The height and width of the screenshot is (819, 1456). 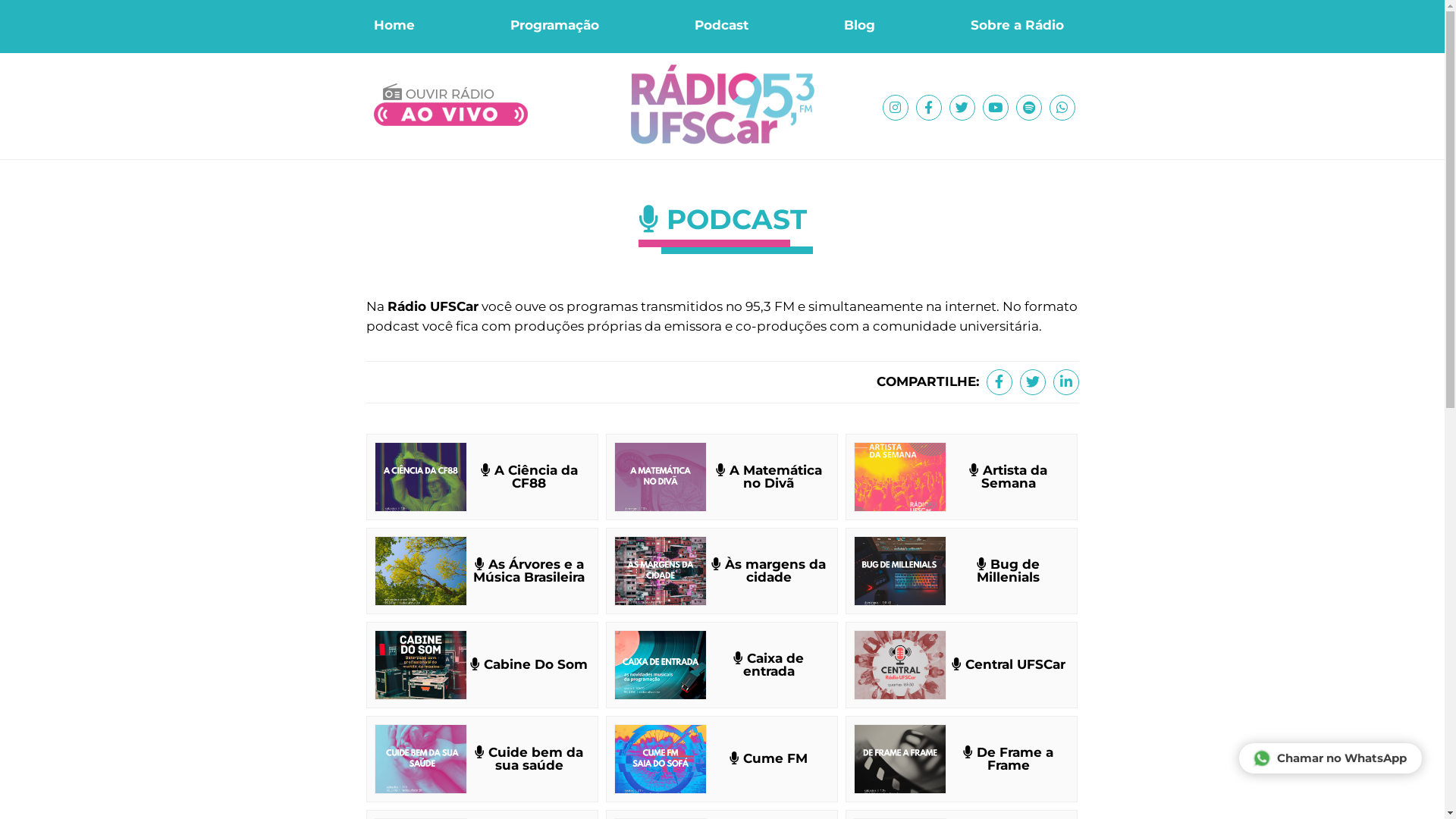 I want to click on 'Central UFSCar', so click(x=960, y=664).